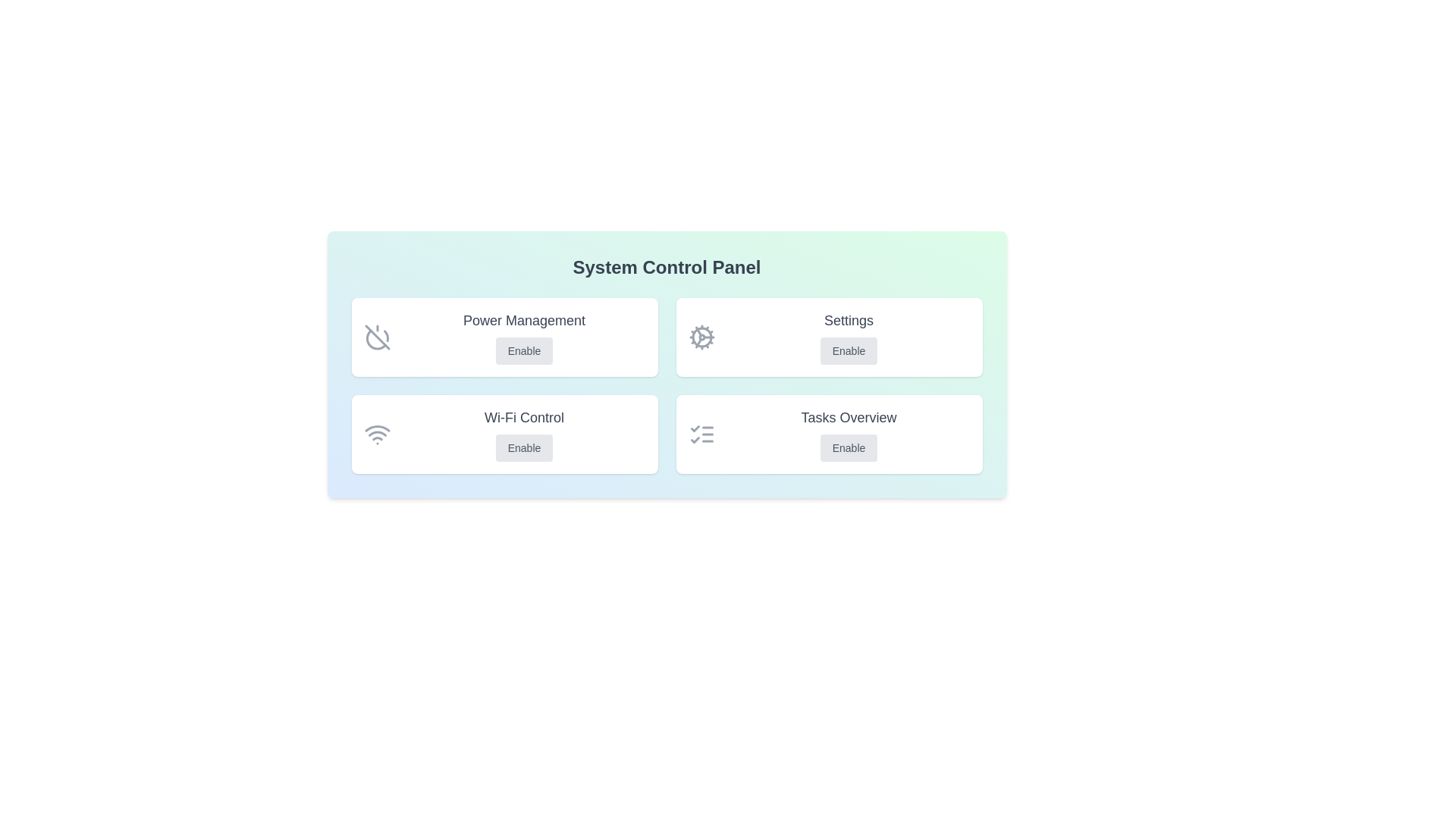  I want to click on the 'Enable' button located, so click(848, 447).